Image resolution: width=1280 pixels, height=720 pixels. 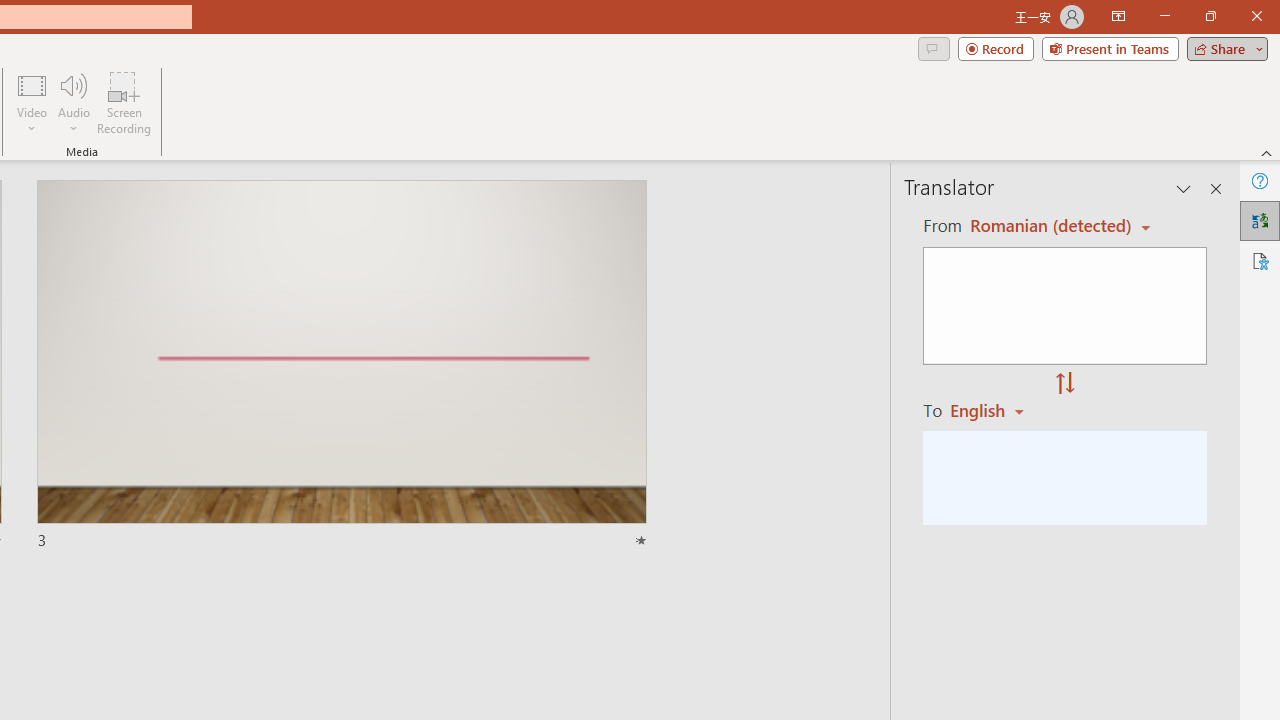 I want to click on 'Czech (detected)', so click(x=1046, y=225).